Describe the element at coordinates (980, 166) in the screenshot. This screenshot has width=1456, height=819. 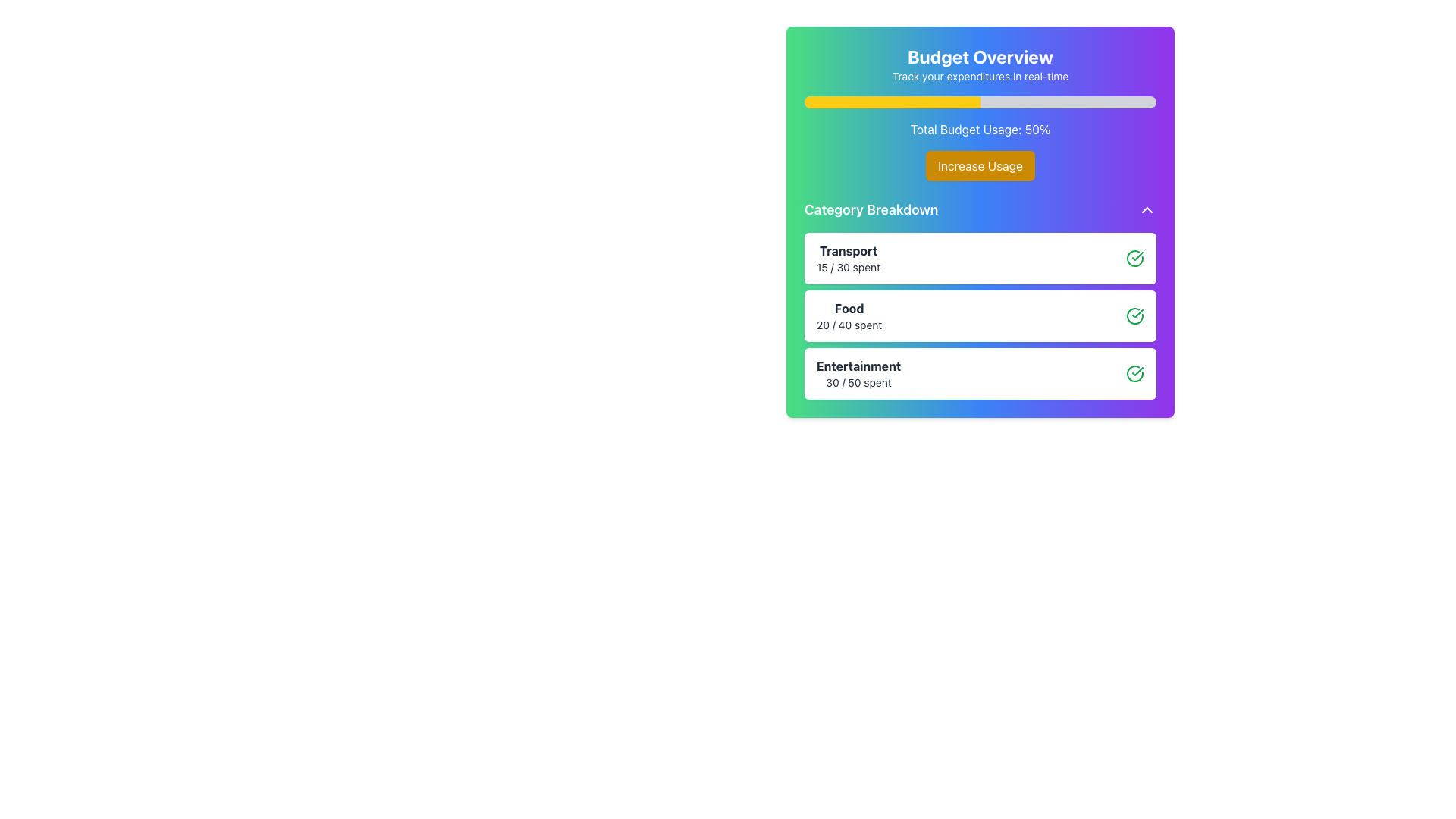
I see `the 'Increase Budget' button located below the 'Total Budget Usage: 50%' text in the 'Budget Overview' section` at that location.